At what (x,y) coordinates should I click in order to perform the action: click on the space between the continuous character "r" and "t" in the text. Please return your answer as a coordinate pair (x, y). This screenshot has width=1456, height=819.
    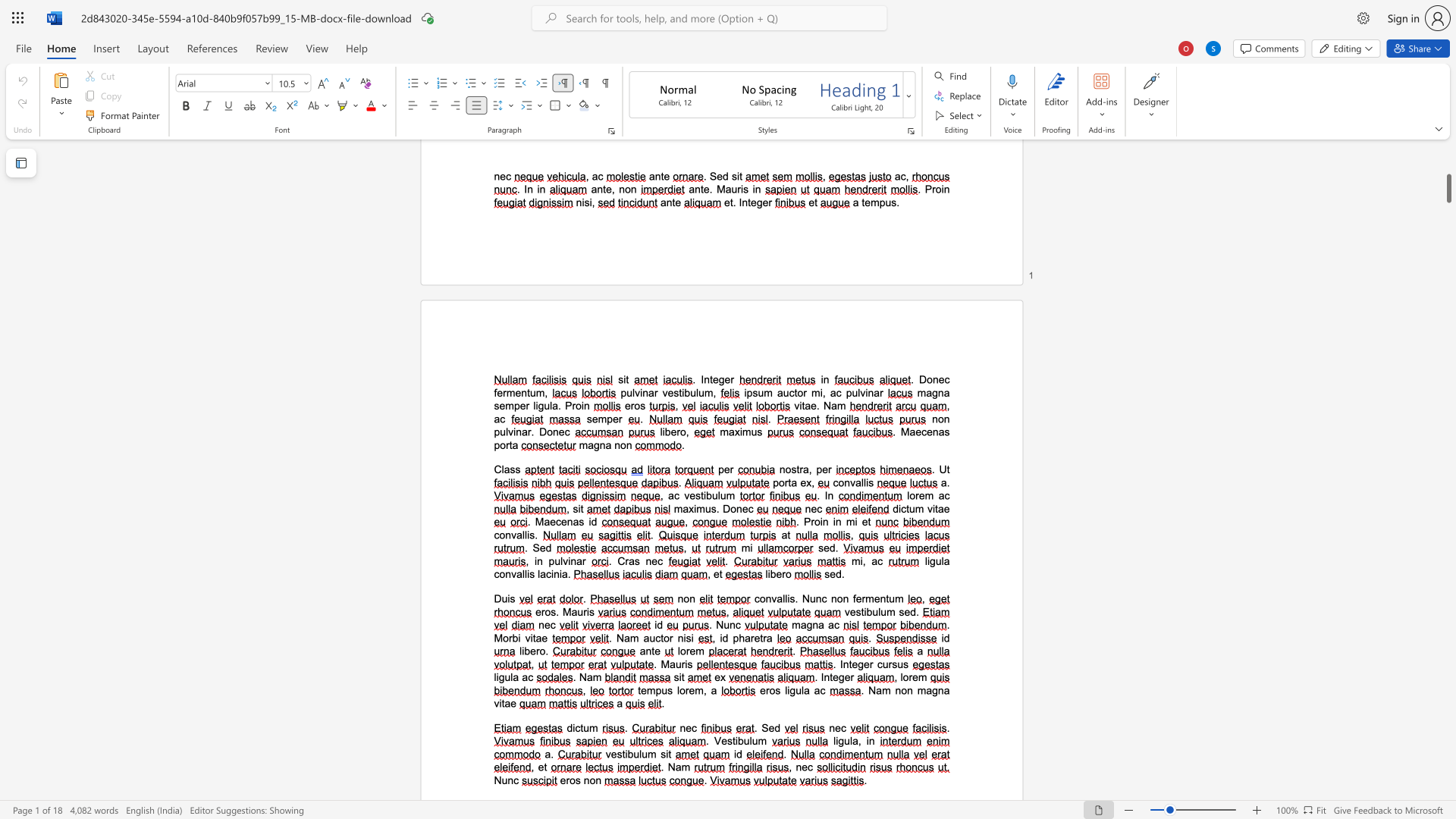
    Looking at the image, I should click on (788, 482).